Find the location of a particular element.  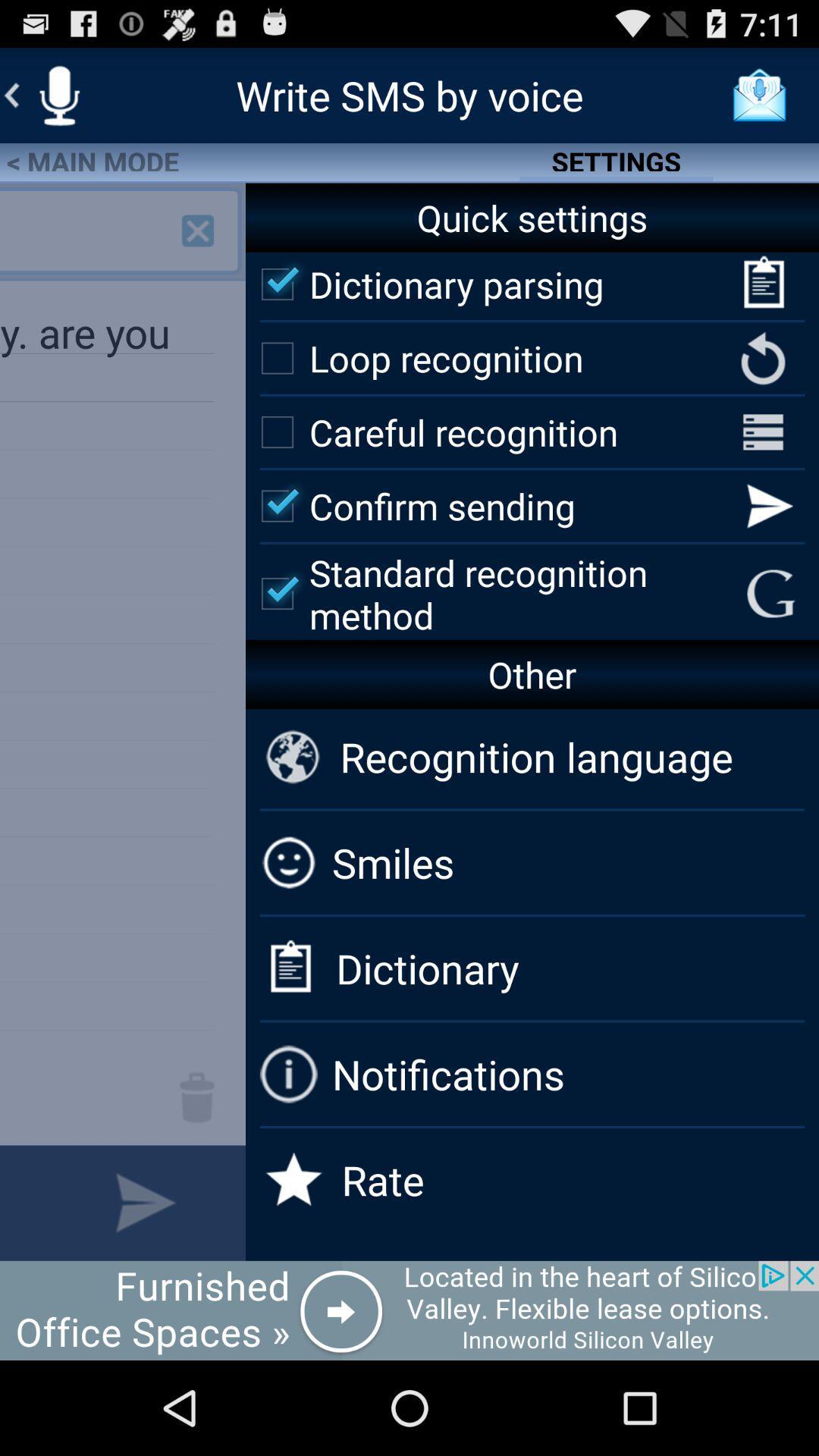

activate microphone is located at coordinates (58, 94).